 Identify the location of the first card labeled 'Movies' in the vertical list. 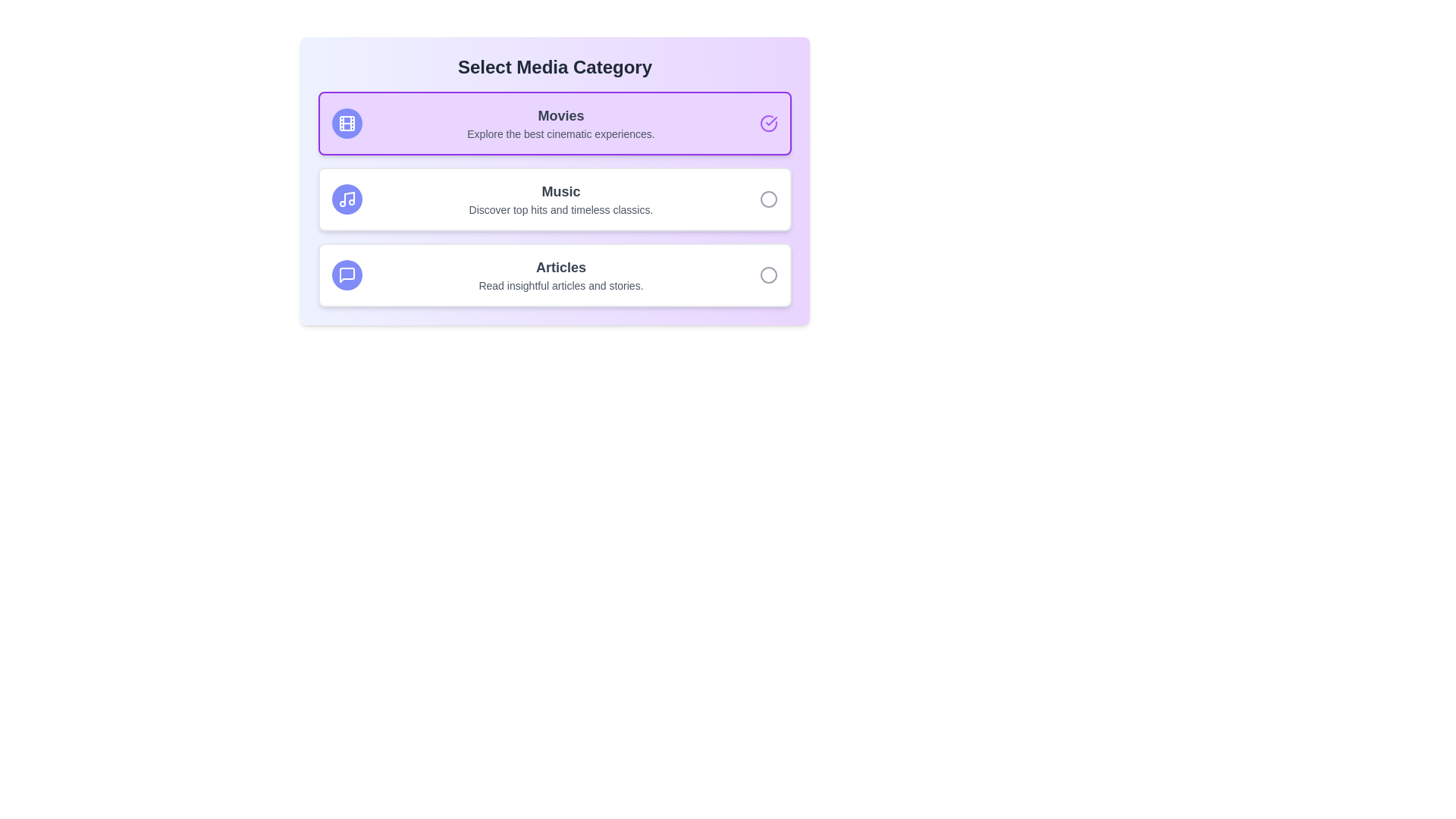
(560, 122).